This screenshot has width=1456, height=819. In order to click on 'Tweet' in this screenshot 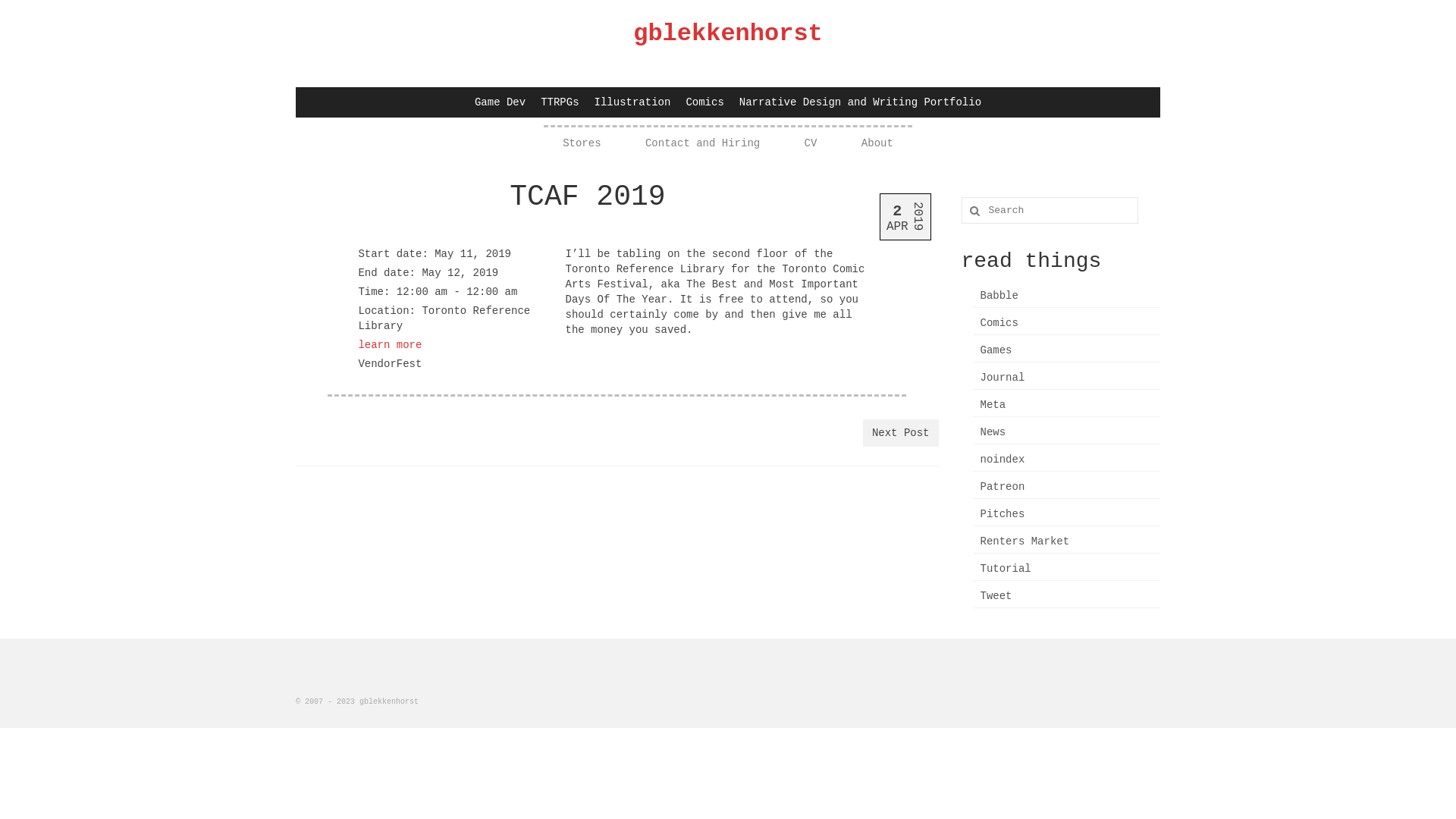, I will do `click(1065, 595)`.